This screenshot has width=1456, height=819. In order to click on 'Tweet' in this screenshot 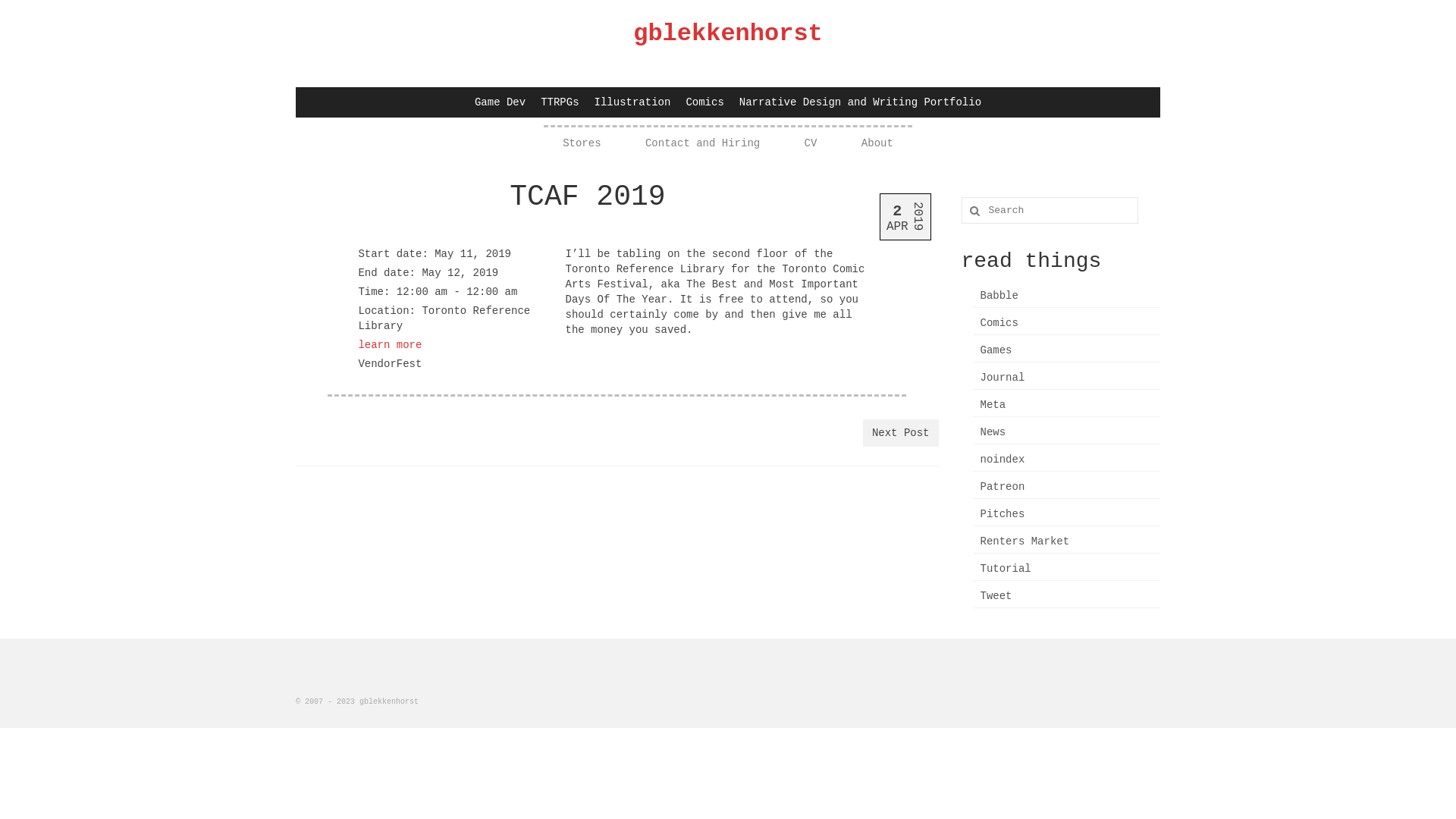, I will do `click(1065, 595)`.